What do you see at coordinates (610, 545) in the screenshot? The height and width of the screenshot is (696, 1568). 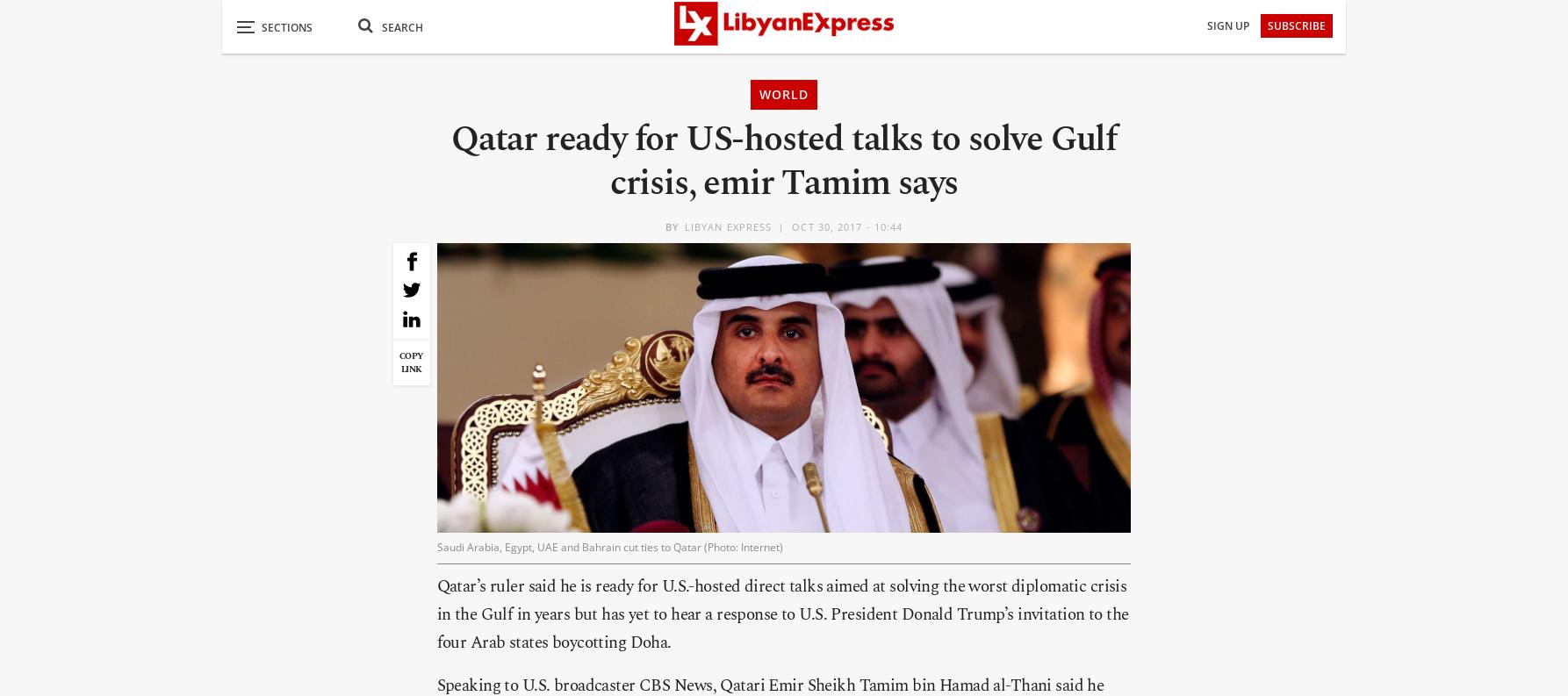 I see `'Saudi Arabia, Egypt, UAE and Bahrain cut ties to Qatar (Photo: Internet)'` at bounding box center [610, 545].